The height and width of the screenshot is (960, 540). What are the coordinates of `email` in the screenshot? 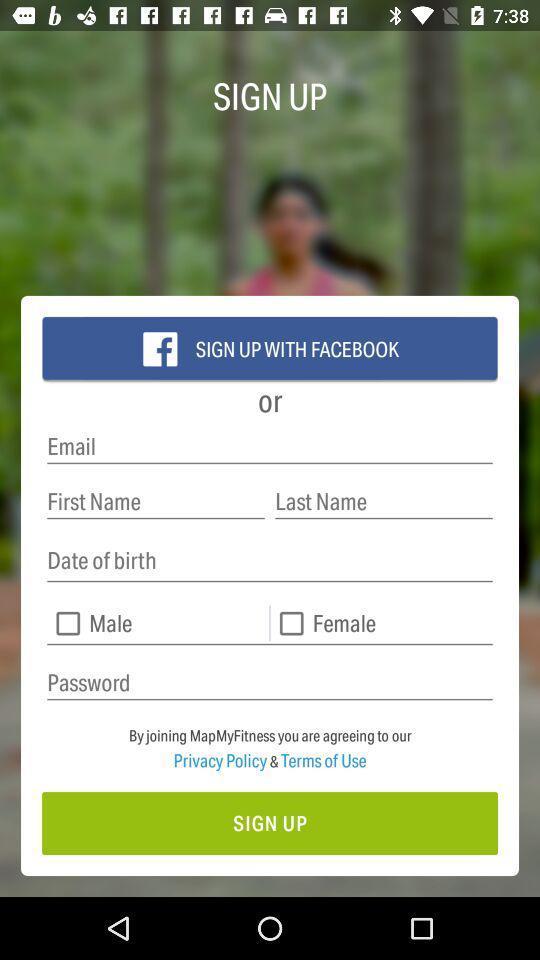 It's located at (270, 446).